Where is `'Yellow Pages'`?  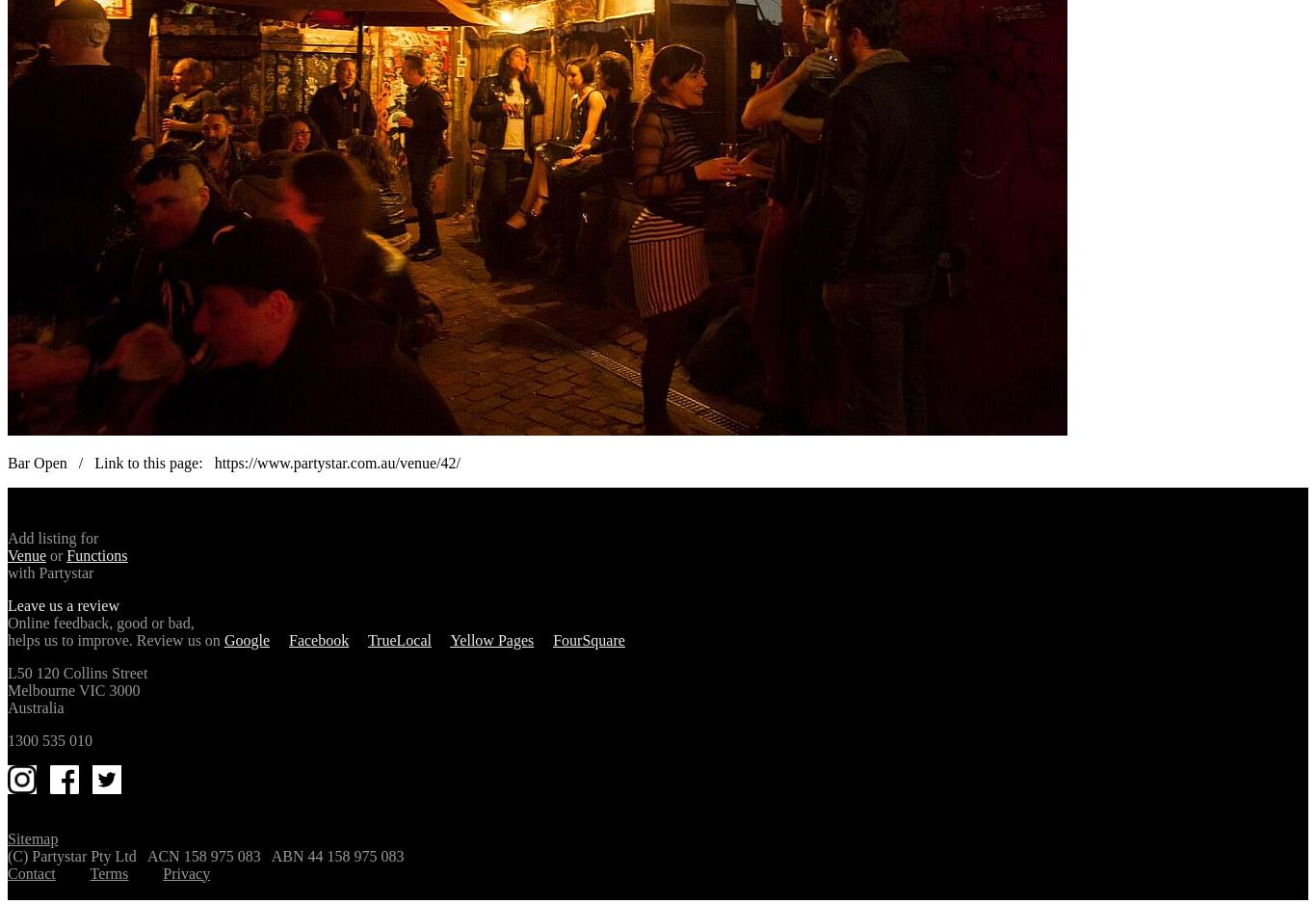
'Yellow Pages' is located at coordinates (491, 638).